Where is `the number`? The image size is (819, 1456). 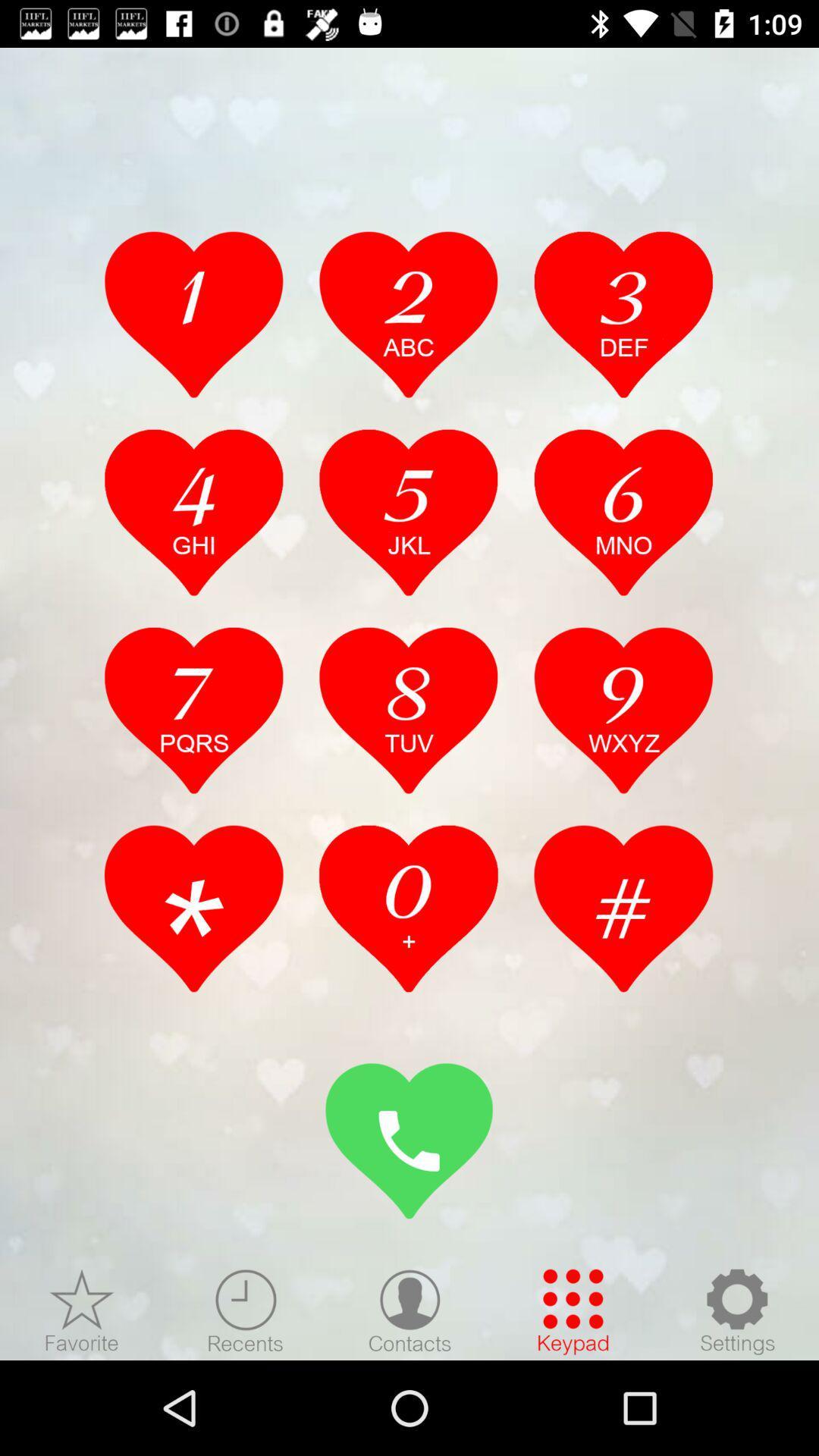
the number is located at coordinates (408, 313).